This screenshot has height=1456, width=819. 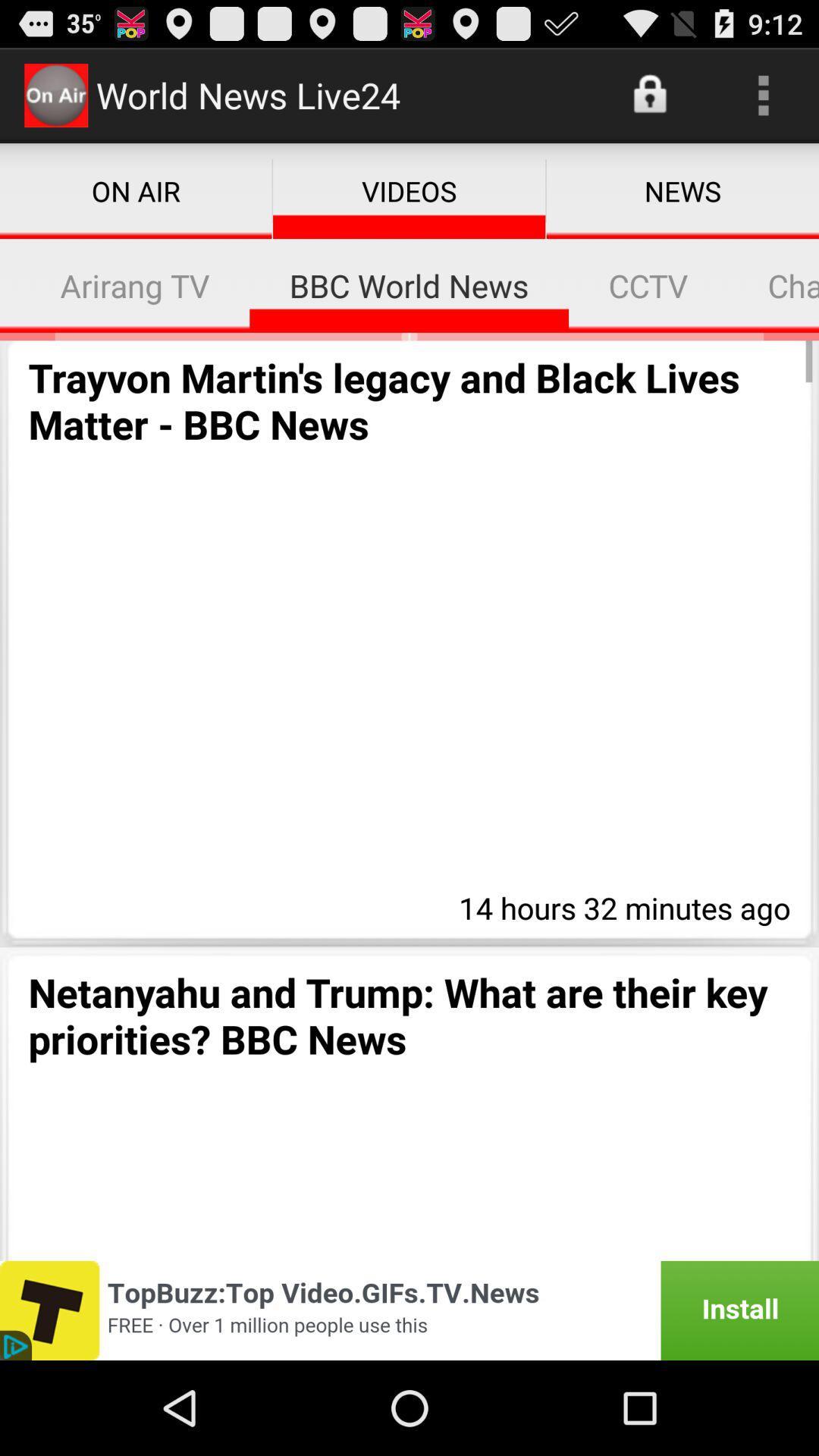 I want to click on the item to the right of world news live24, so click(x=651, y=94).